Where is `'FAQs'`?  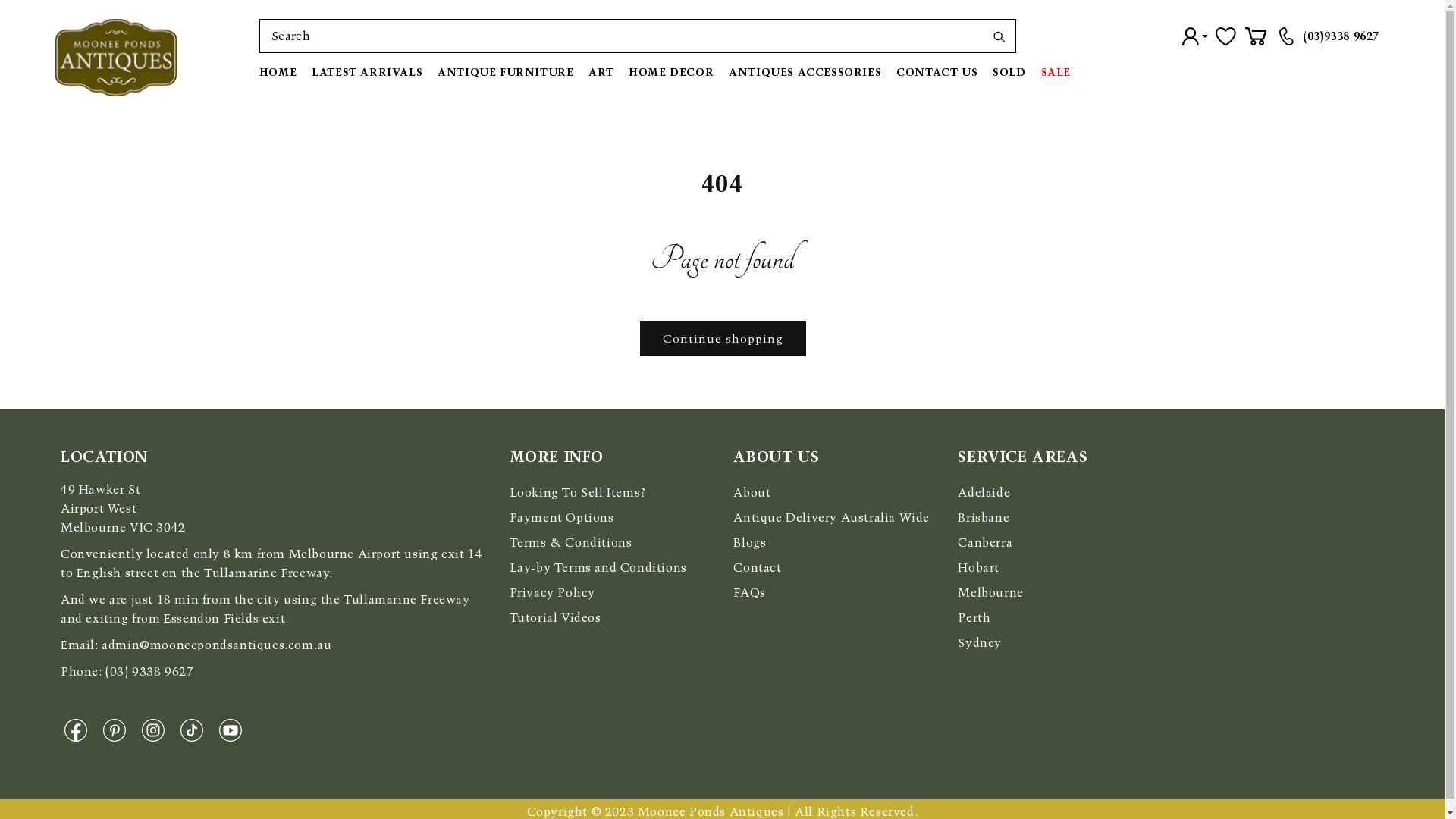
'FAQs' is located at coordinates (749, 591).